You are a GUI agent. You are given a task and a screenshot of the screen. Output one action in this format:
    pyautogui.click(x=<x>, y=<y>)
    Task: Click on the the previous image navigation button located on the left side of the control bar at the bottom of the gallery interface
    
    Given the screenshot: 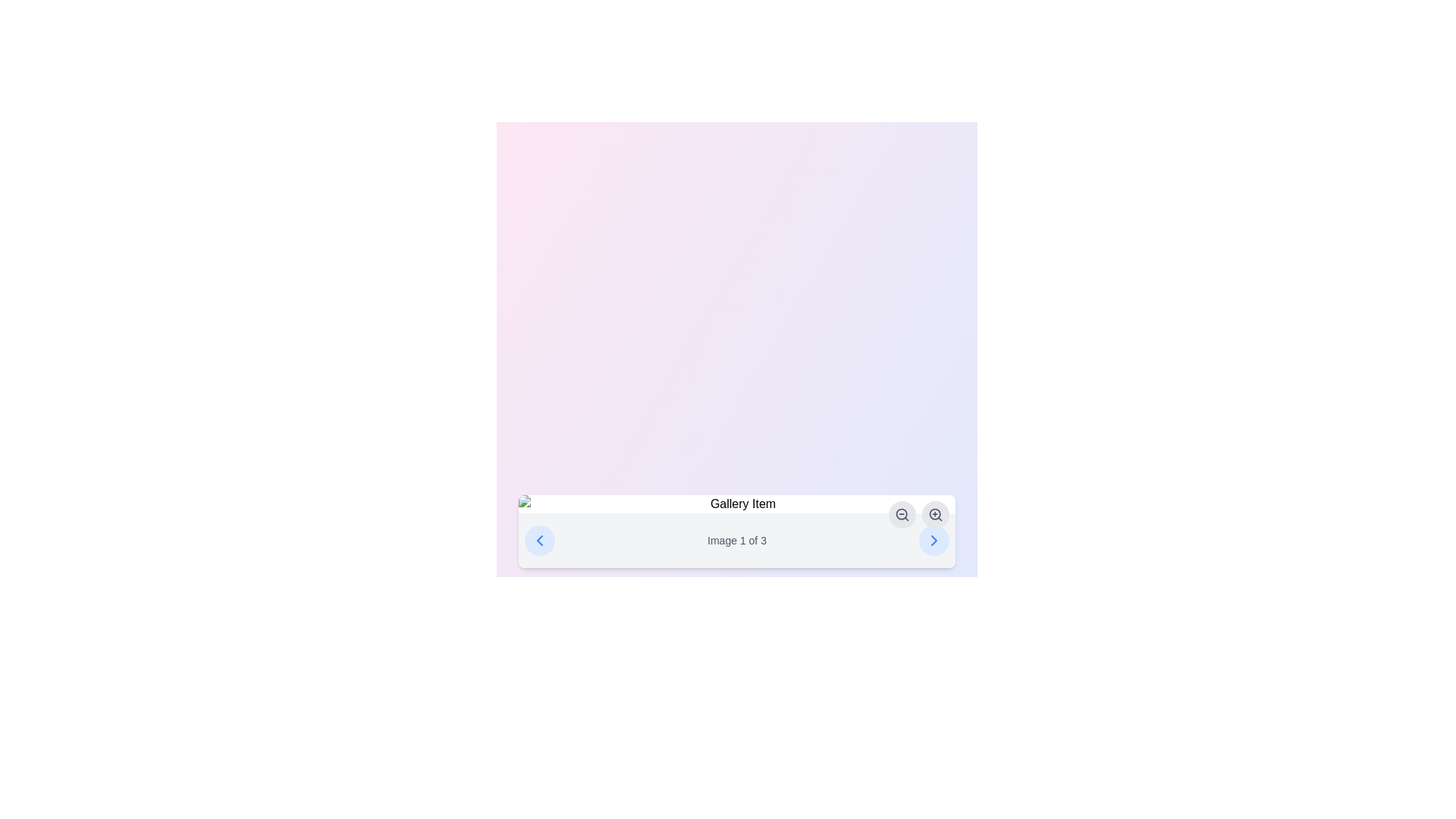 What is the action you would take?
    pyautogui.click(x=539, y=540)
    